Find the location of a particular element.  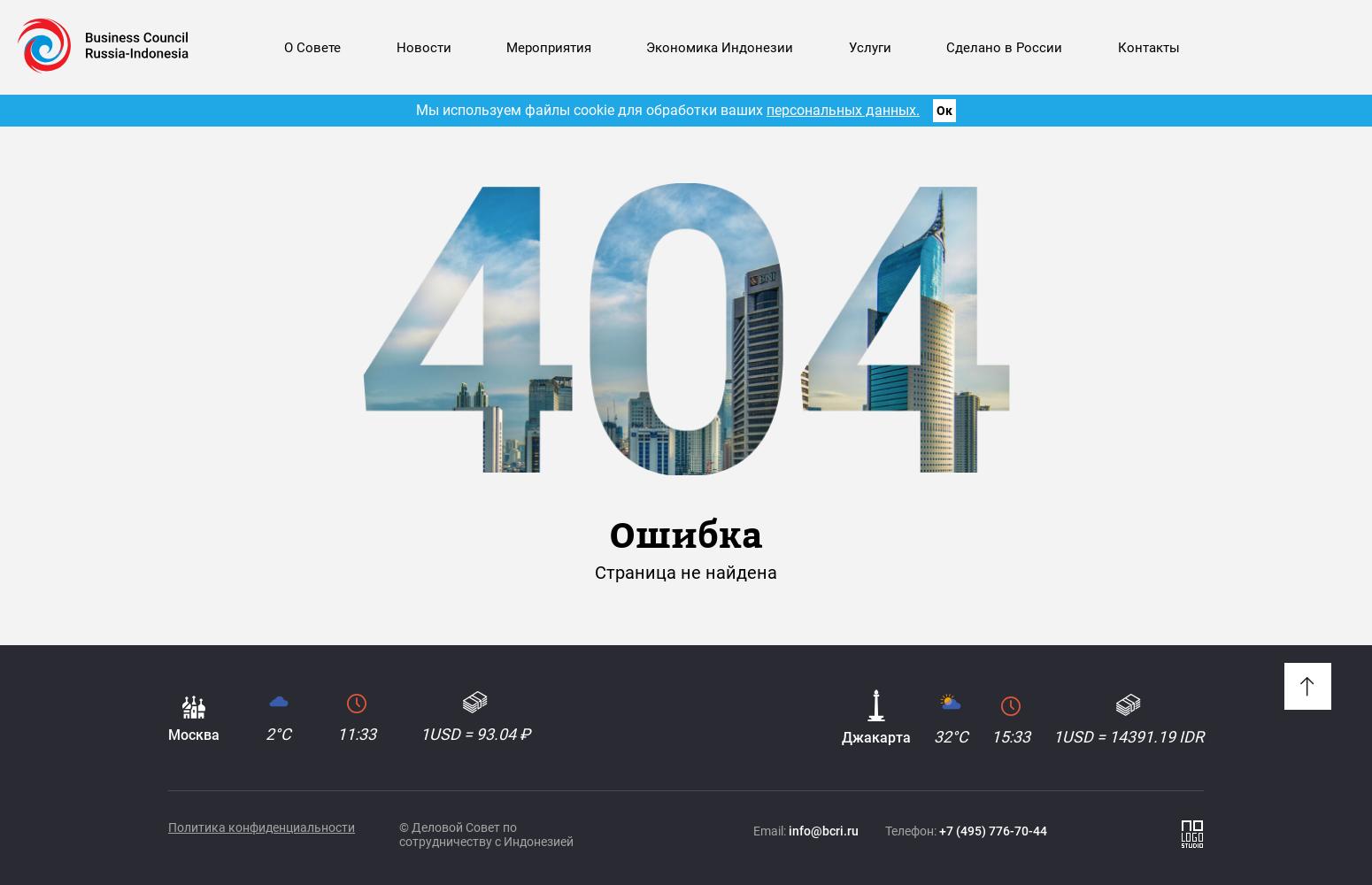

'1USD = 93.04 ₽' is located at coordinates (474, 733).